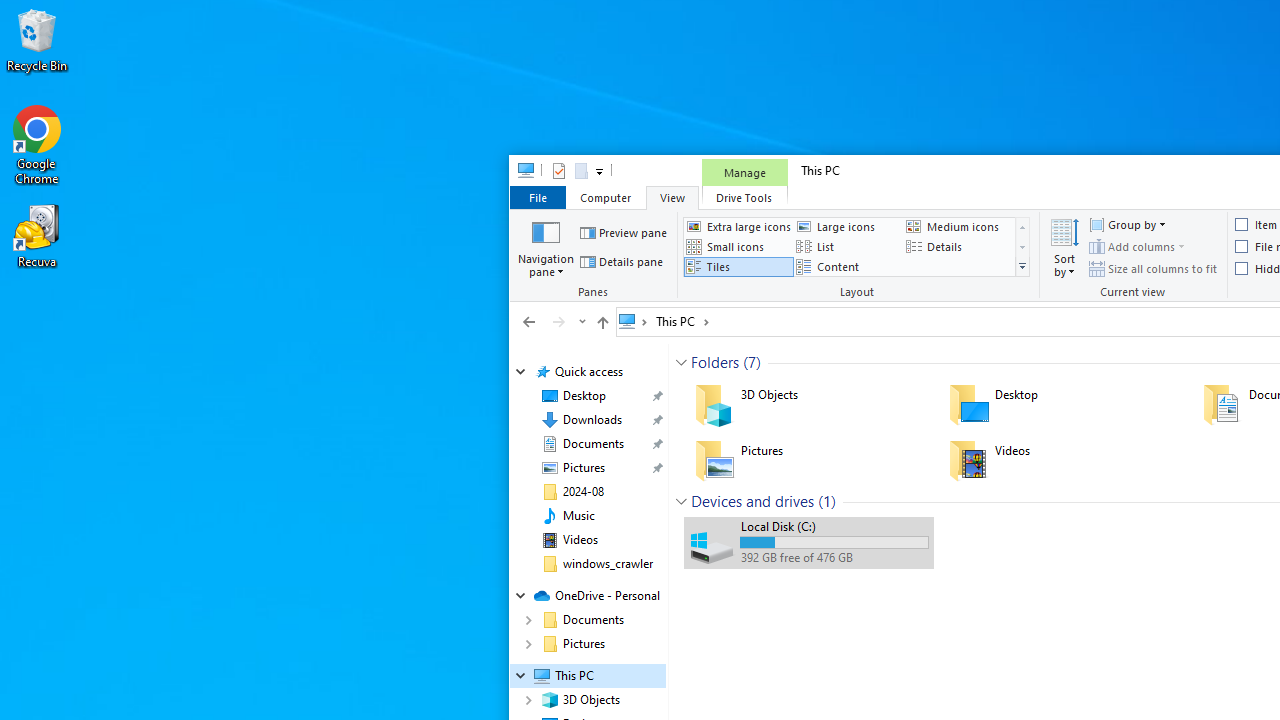  What do you see at coordinates (604, 197) in the screenshot?
I see `'Computer'` at bounding box center [604, 197].